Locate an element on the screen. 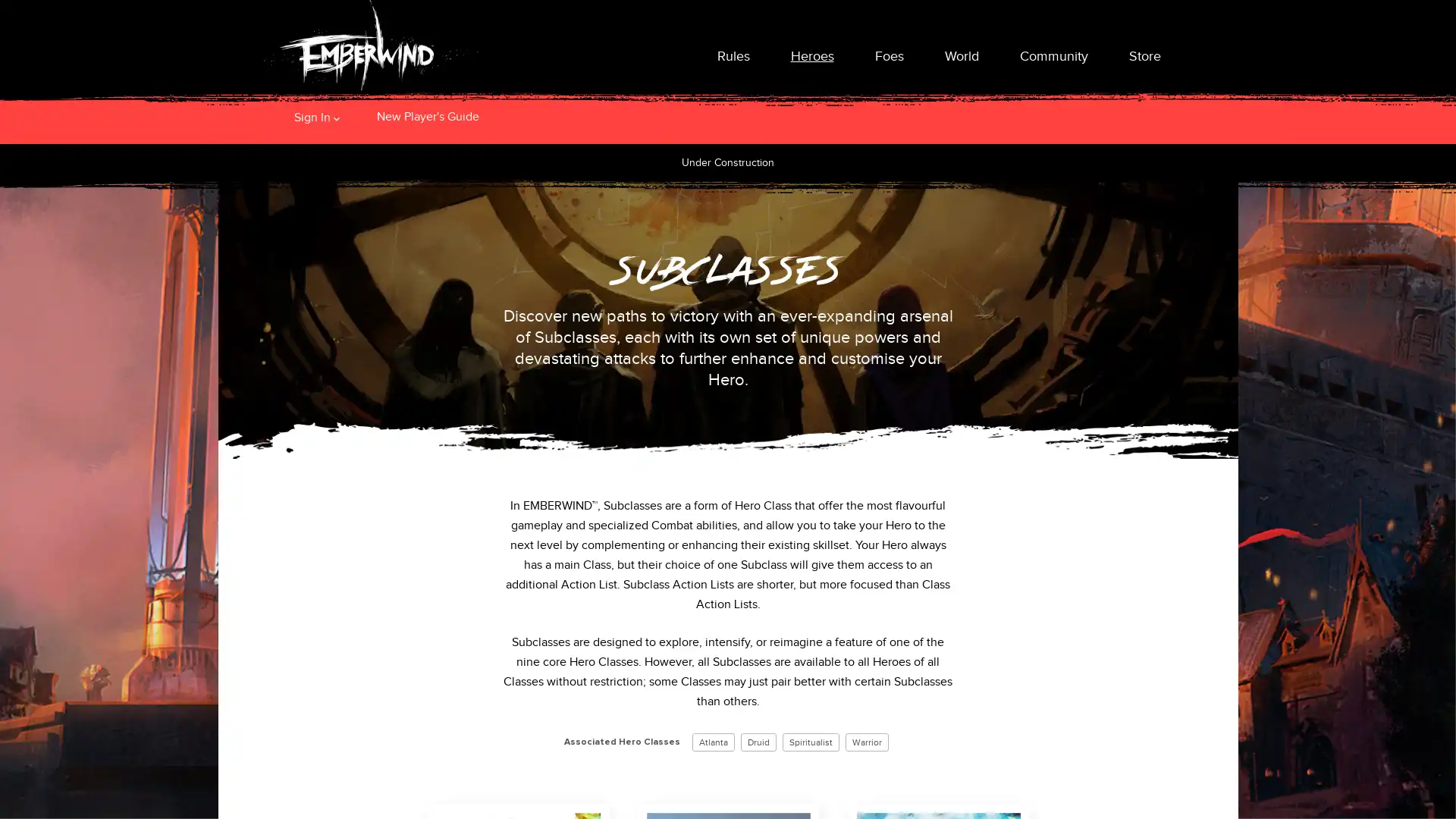 This screenshot has width=1456, height=819. Sign In is located at coordinates (311, 116).